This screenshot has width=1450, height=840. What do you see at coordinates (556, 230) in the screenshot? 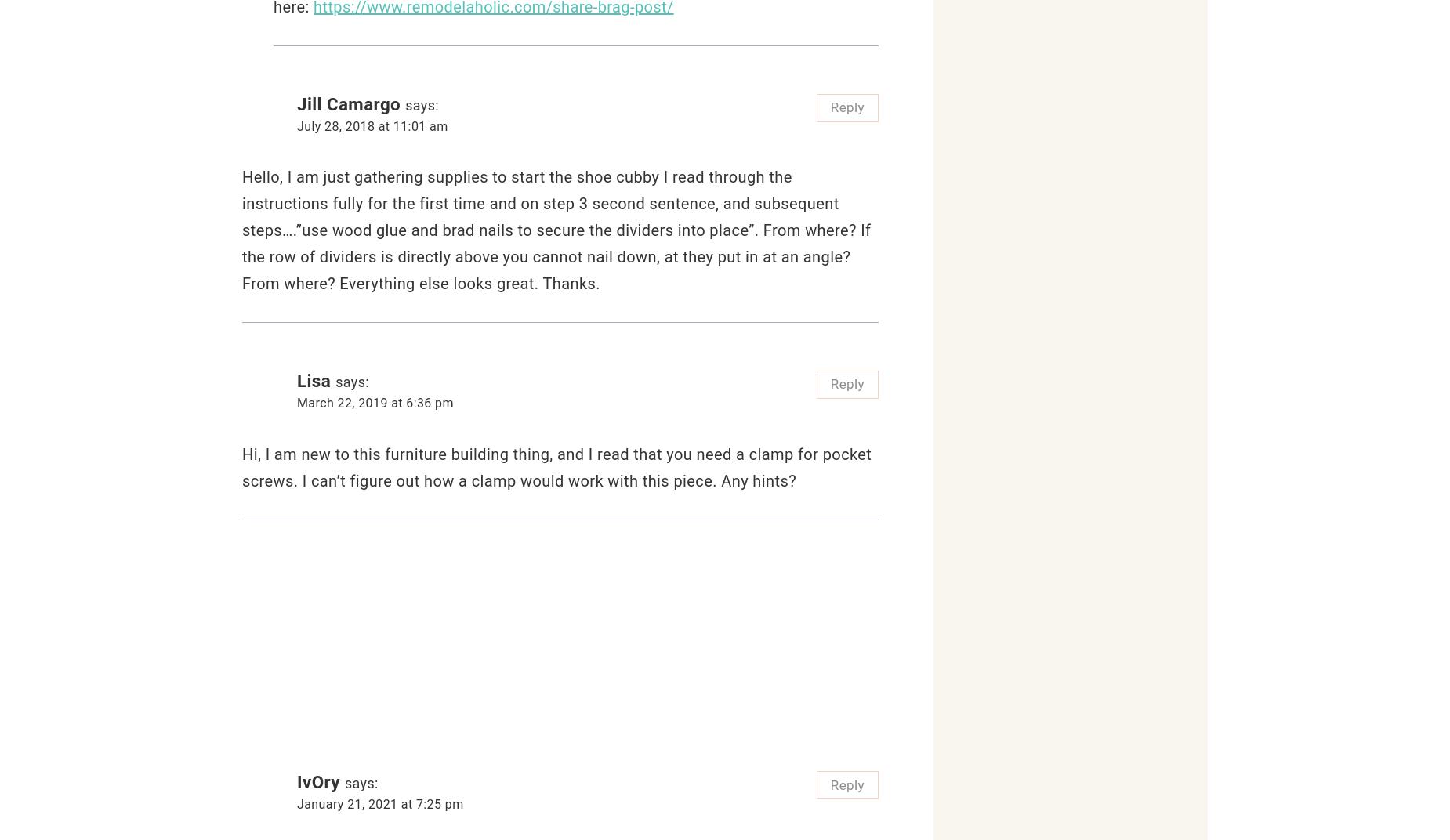
I see `'Hello, I am just gathering supplies to start the shoe cubby I read through the instructions fully for the first time and on step 3 second sentence, and subsequent steps….”use wood glue and brad nails to secure the dividers into place”. From where? If the row of dividers is directly above you cannot nail down, at they put in at an angle? From where? Everything else looks great. Thanks.'` at bounding box center [556, 230].